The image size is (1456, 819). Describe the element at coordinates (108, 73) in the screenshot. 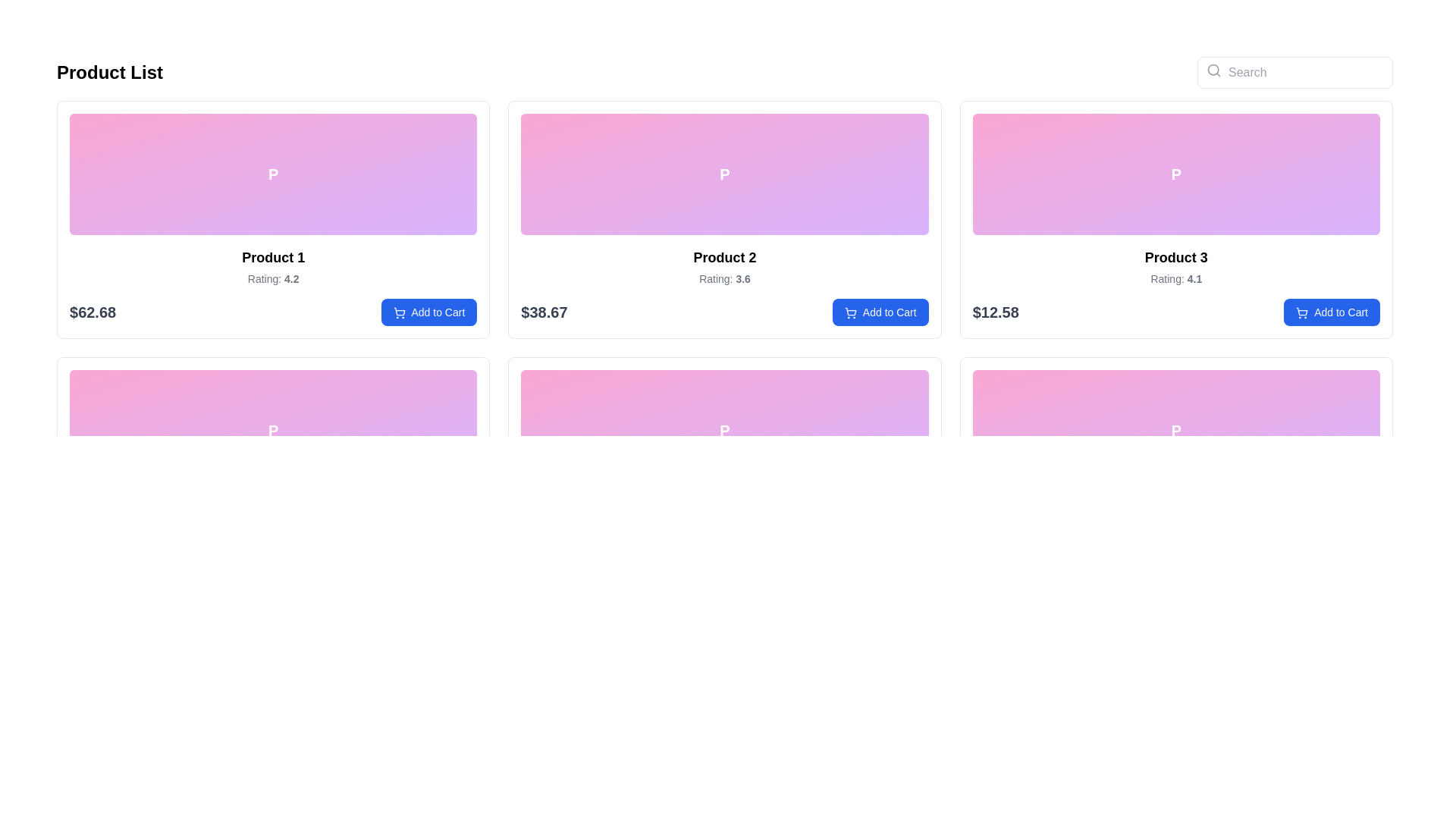

I see `the heading indicating the list of products, located at the top-left corner of the interface` at that location.